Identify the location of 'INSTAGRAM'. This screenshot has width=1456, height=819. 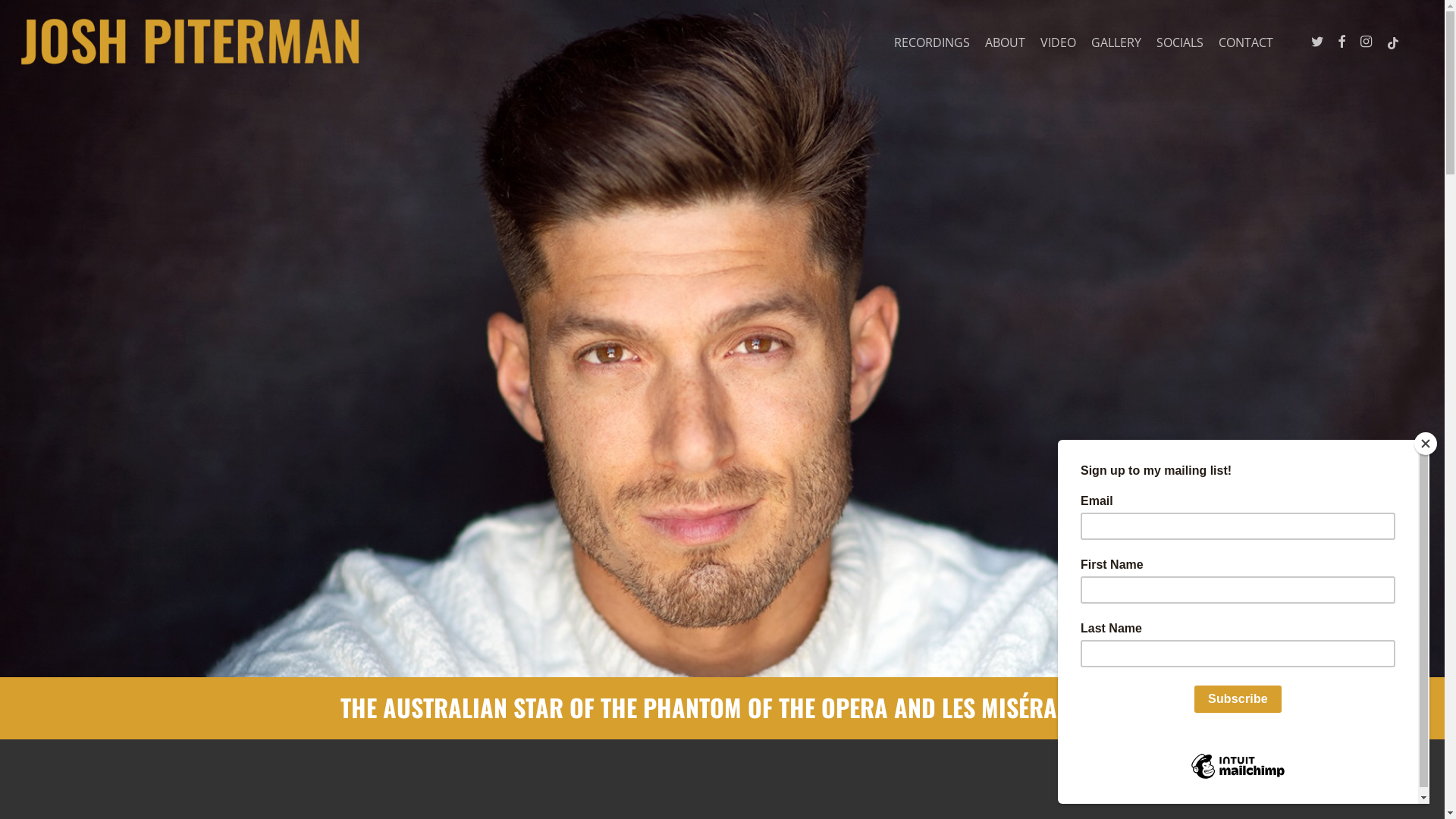
(1365, 40).